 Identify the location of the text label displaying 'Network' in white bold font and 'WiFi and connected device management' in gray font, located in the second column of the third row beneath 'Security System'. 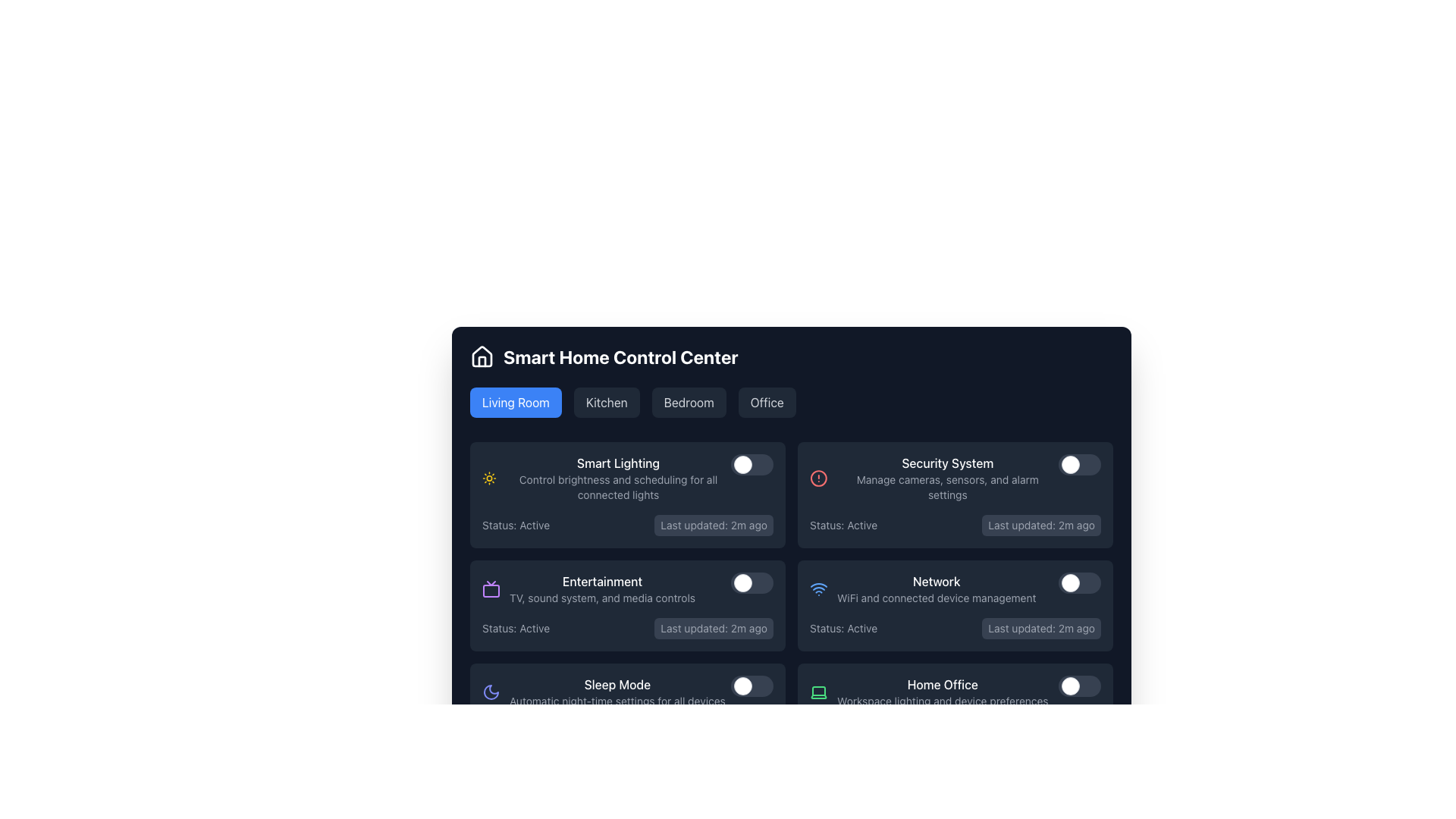
(936, 588).